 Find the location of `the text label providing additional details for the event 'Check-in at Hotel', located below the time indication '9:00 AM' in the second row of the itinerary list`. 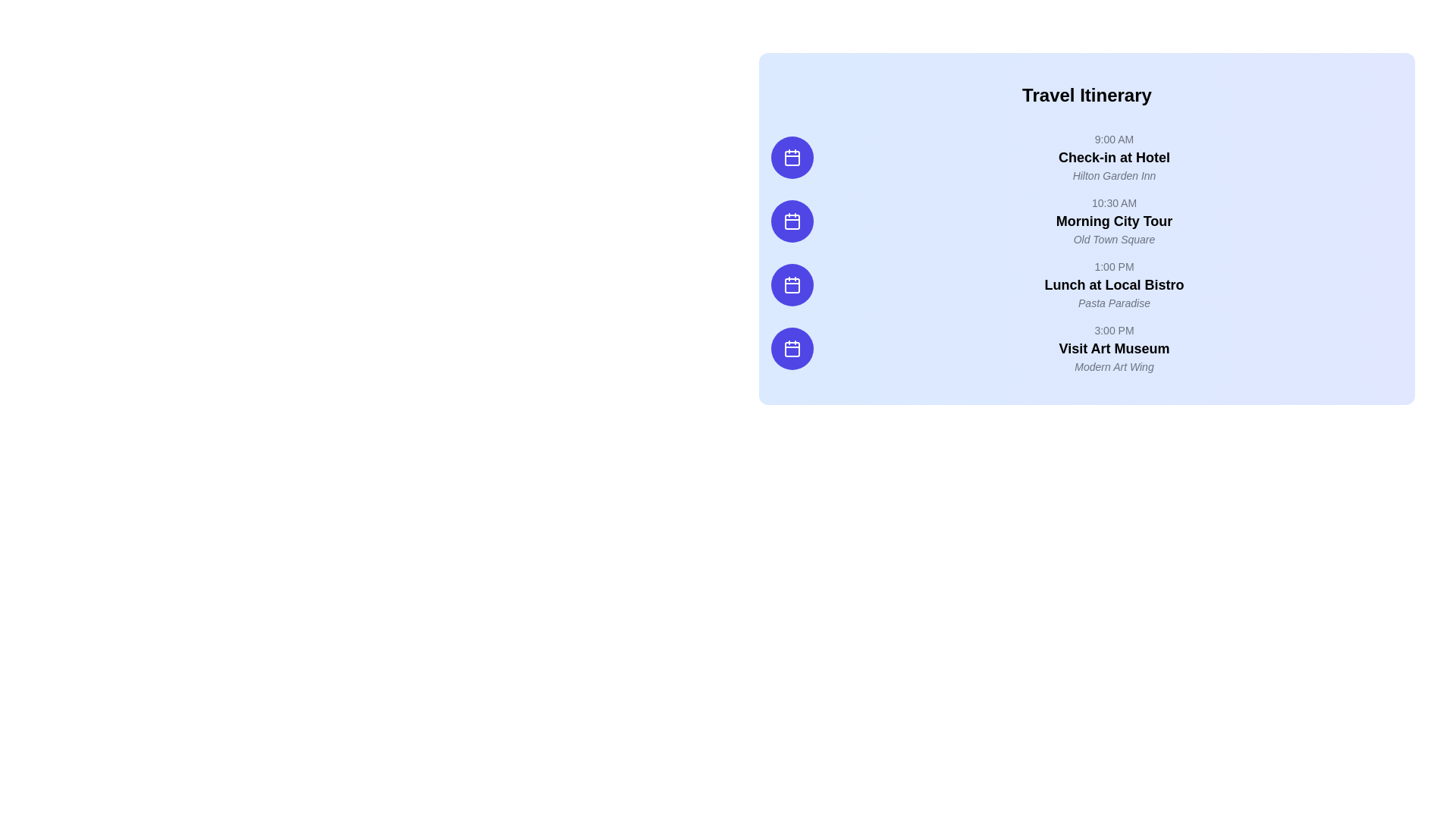

the text label providing additional details for the event 'Check-in at Hotel', located below the time indication '9:00 AM' in the second row of the itinerary list is located at coordinates (1114, 174).